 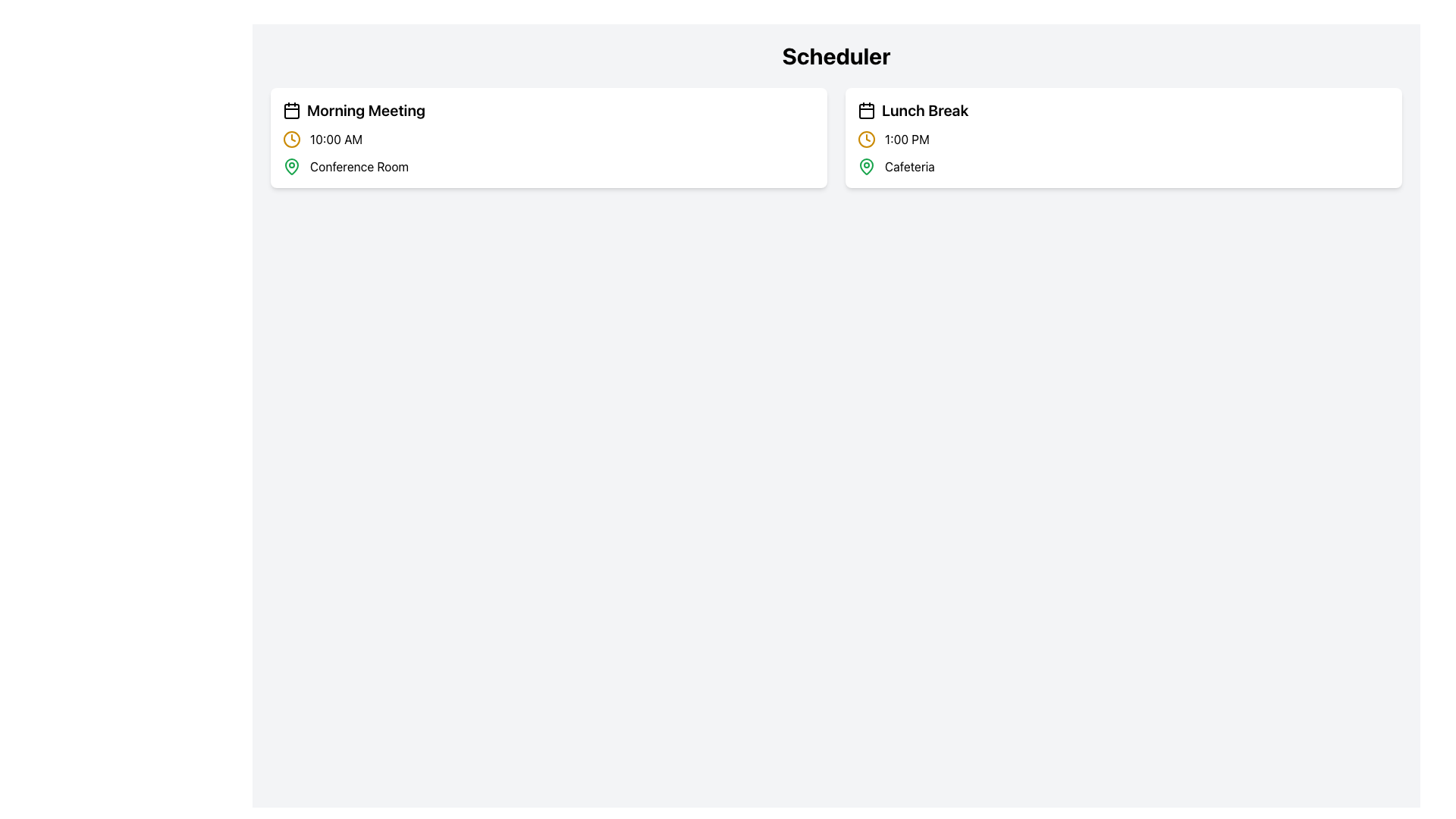 What do you see at coordinates (335, 140) in the screenshot?
I see `time displayed in the Text Label that indicates the scheduled timing of the 'Morning Meeting' event, located to the right of the clock icon and above 'Conference Room'` at bounding box center [335, 140].